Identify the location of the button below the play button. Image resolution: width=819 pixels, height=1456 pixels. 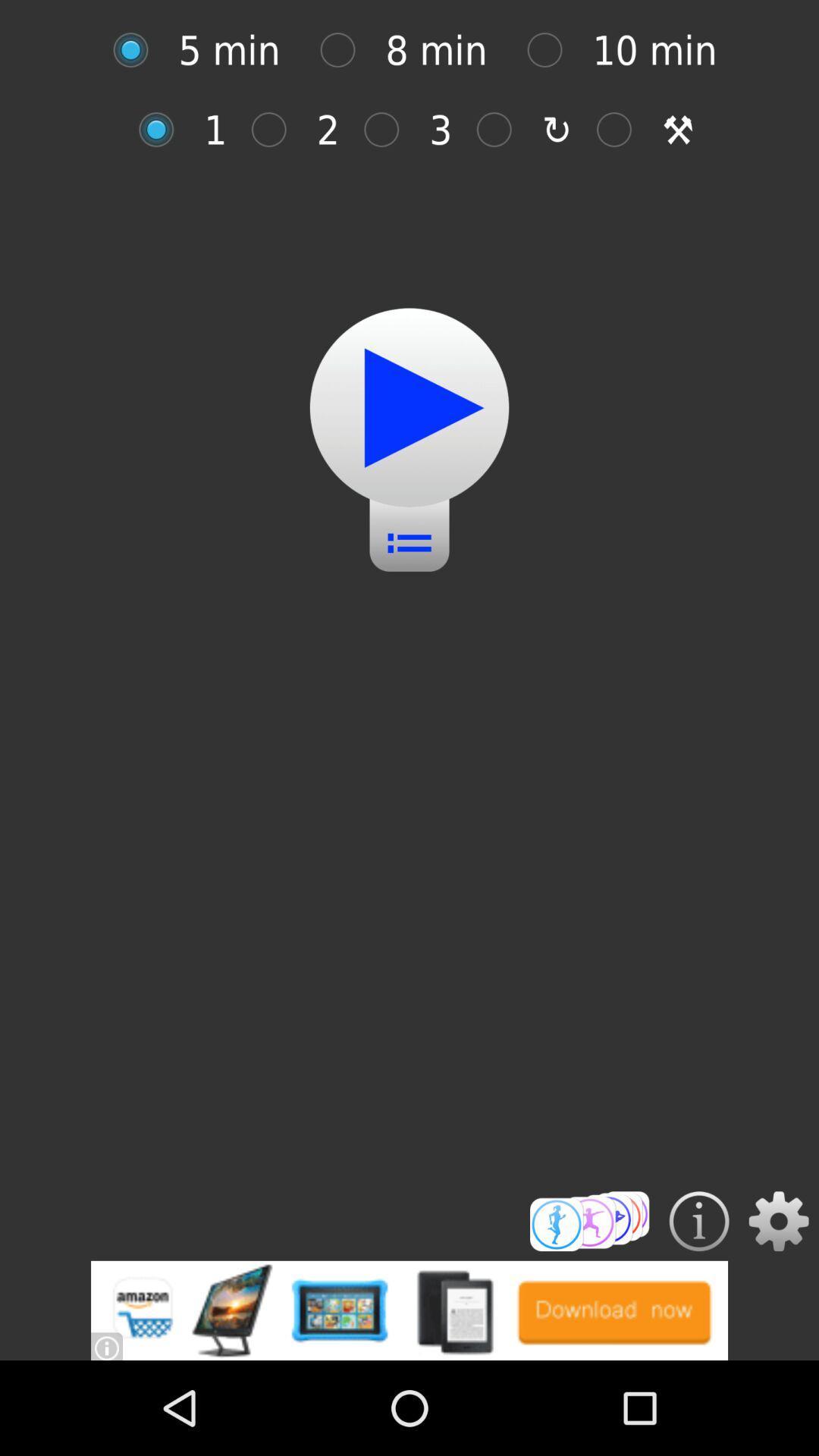
(409, 532).